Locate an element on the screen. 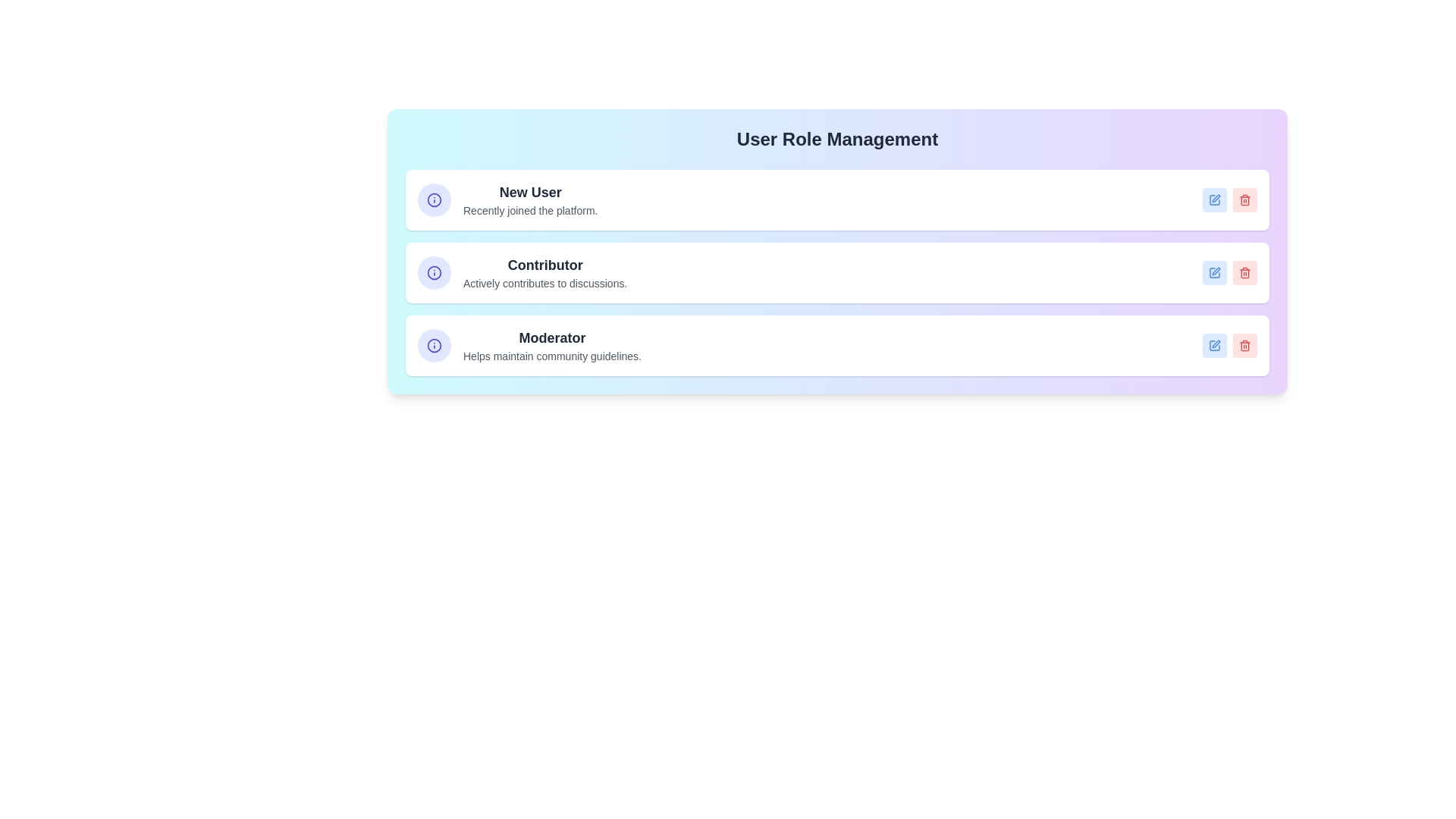 Image resolution: width=1456 pixels, height=819 pixels. the edit button for the tag Contributor is located at coordinates (1215, 271).